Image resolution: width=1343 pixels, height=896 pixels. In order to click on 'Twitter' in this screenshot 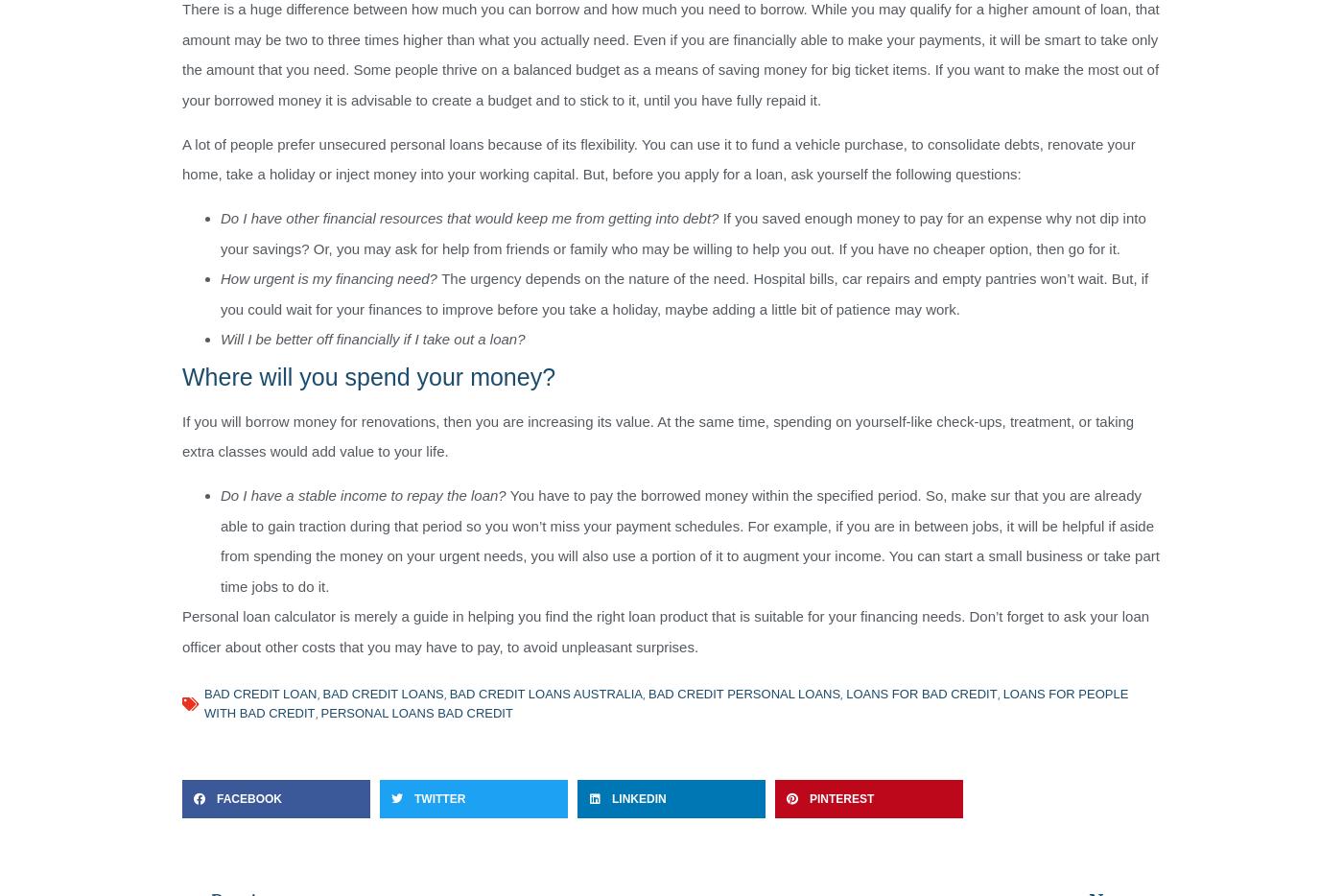, I will do `click(439, 799)`.